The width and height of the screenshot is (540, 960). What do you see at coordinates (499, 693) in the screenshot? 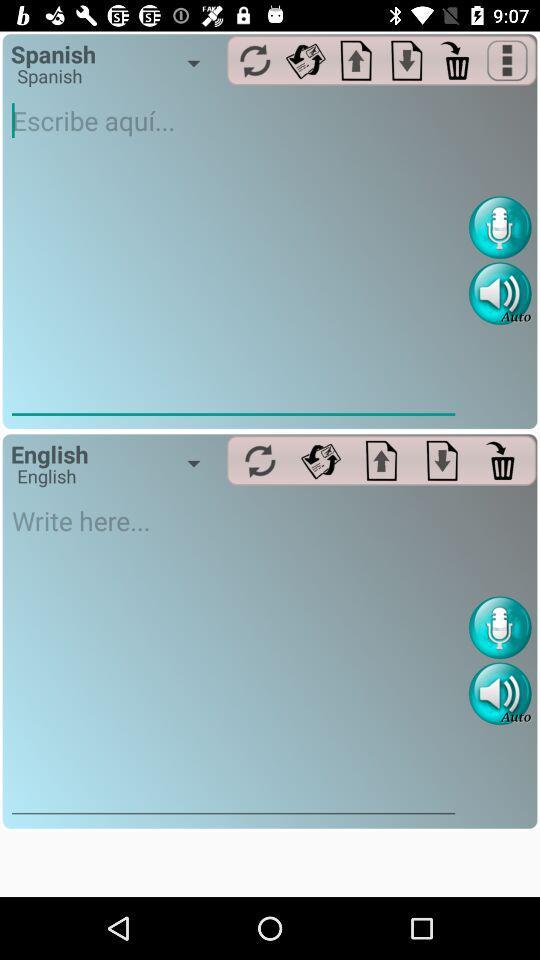
I see `the volume icon` at bounding box center [499, 693].